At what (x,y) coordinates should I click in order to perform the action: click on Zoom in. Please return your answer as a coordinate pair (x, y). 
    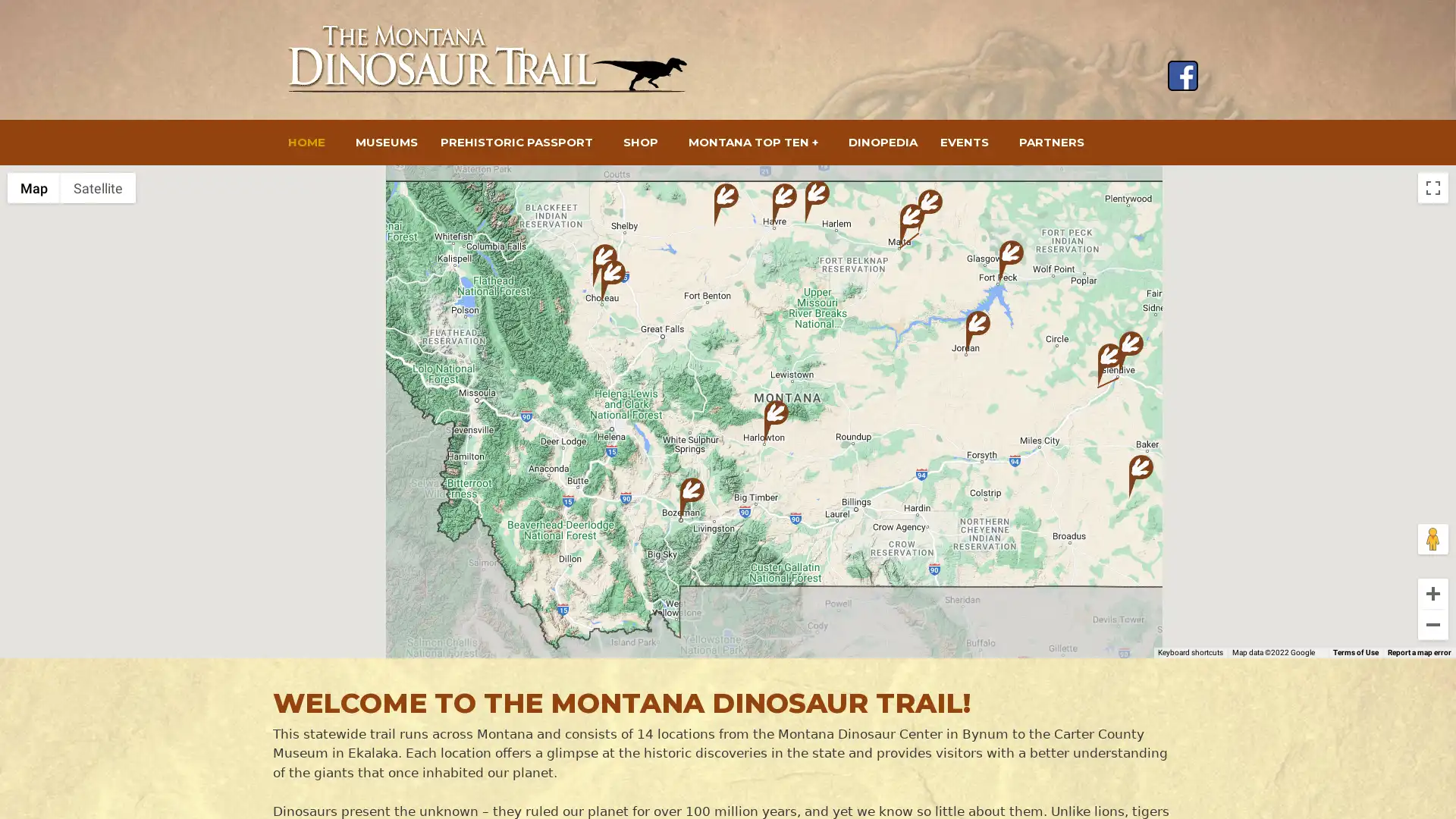
    Looking at the image, I should click on (1432, 593).